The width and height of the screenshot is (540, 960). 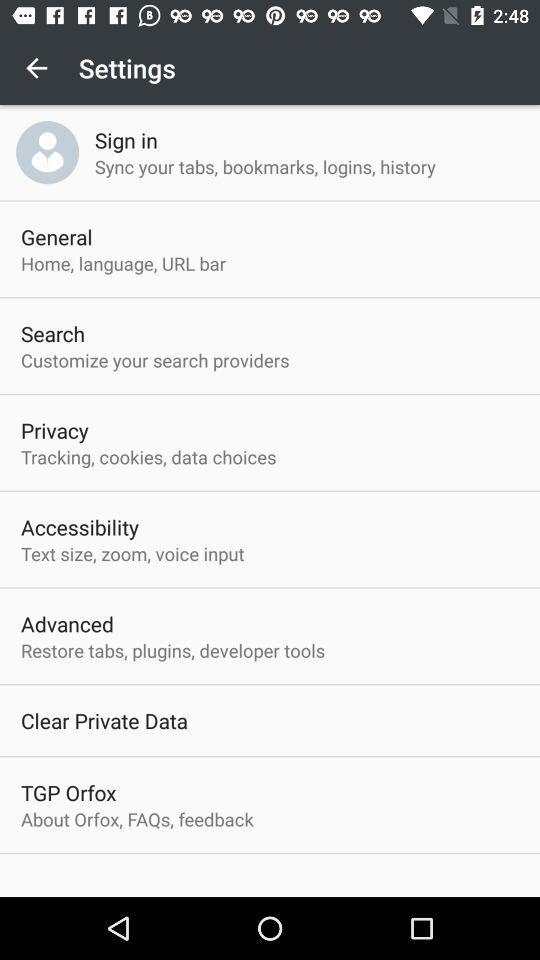 I want to click on clear private data app, so click(x=104, y=720).